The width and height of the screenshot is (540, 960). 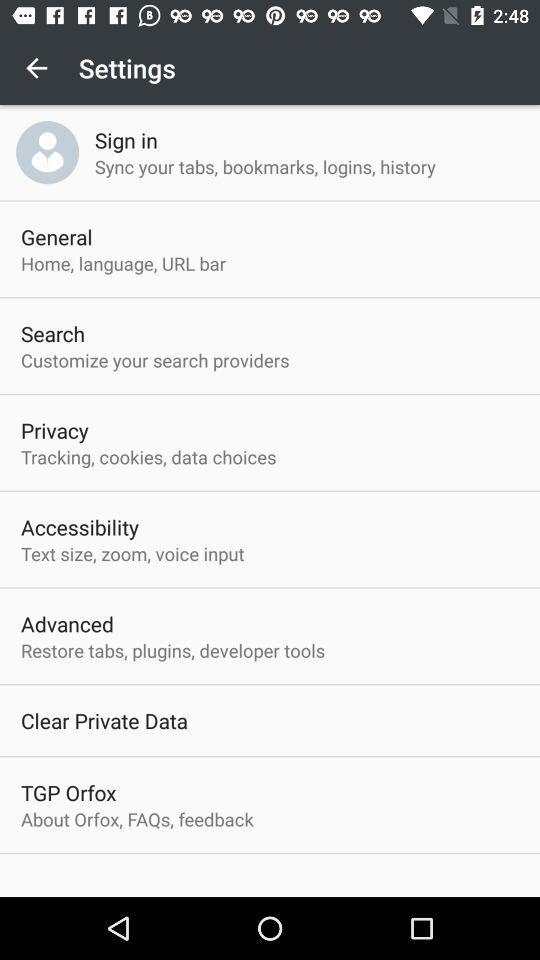 I want to click on clear private data app, so click(x=104, y=720).